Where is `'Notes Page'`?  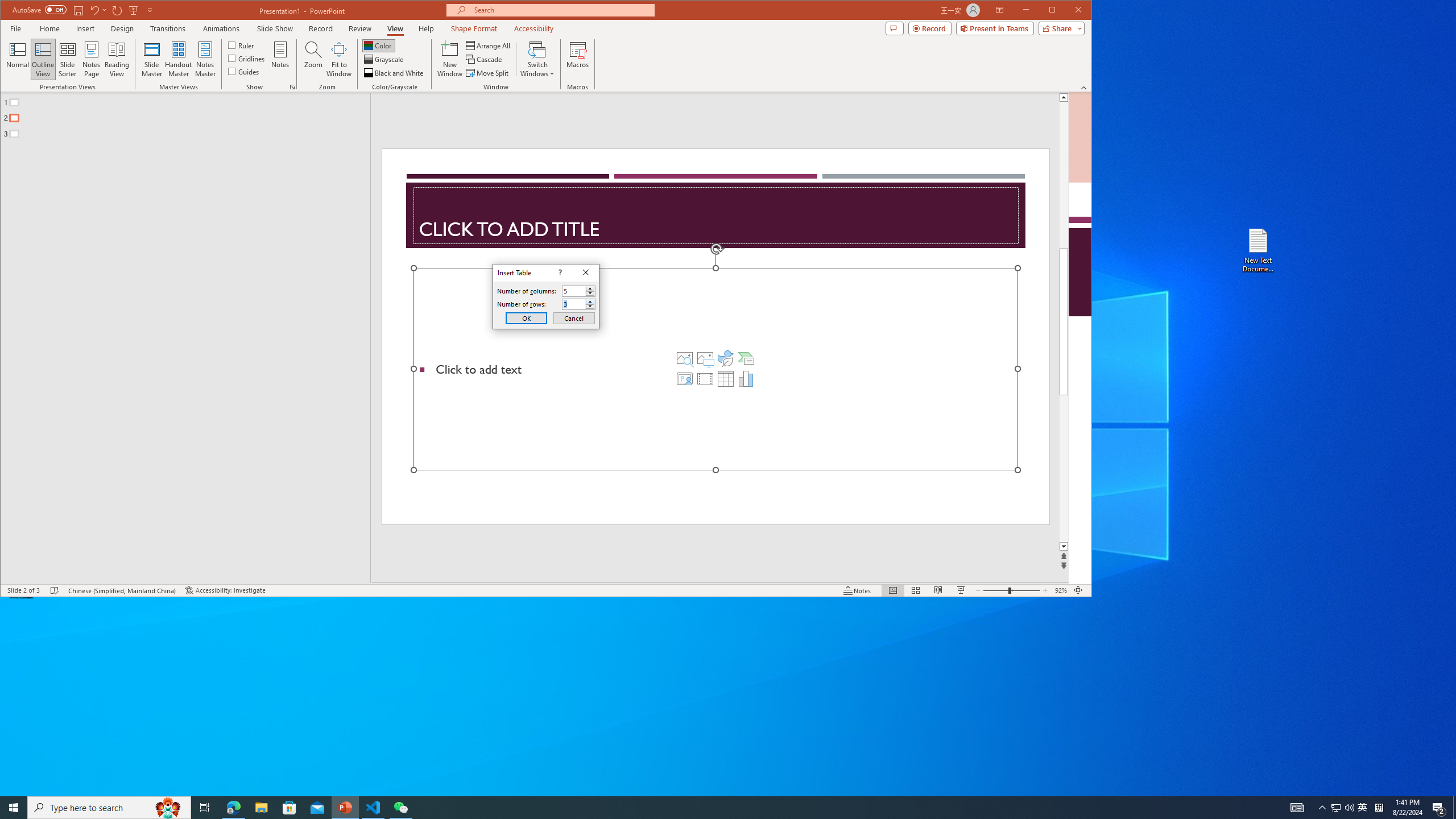
'Notes Page' is located at coordinates (91, 59).